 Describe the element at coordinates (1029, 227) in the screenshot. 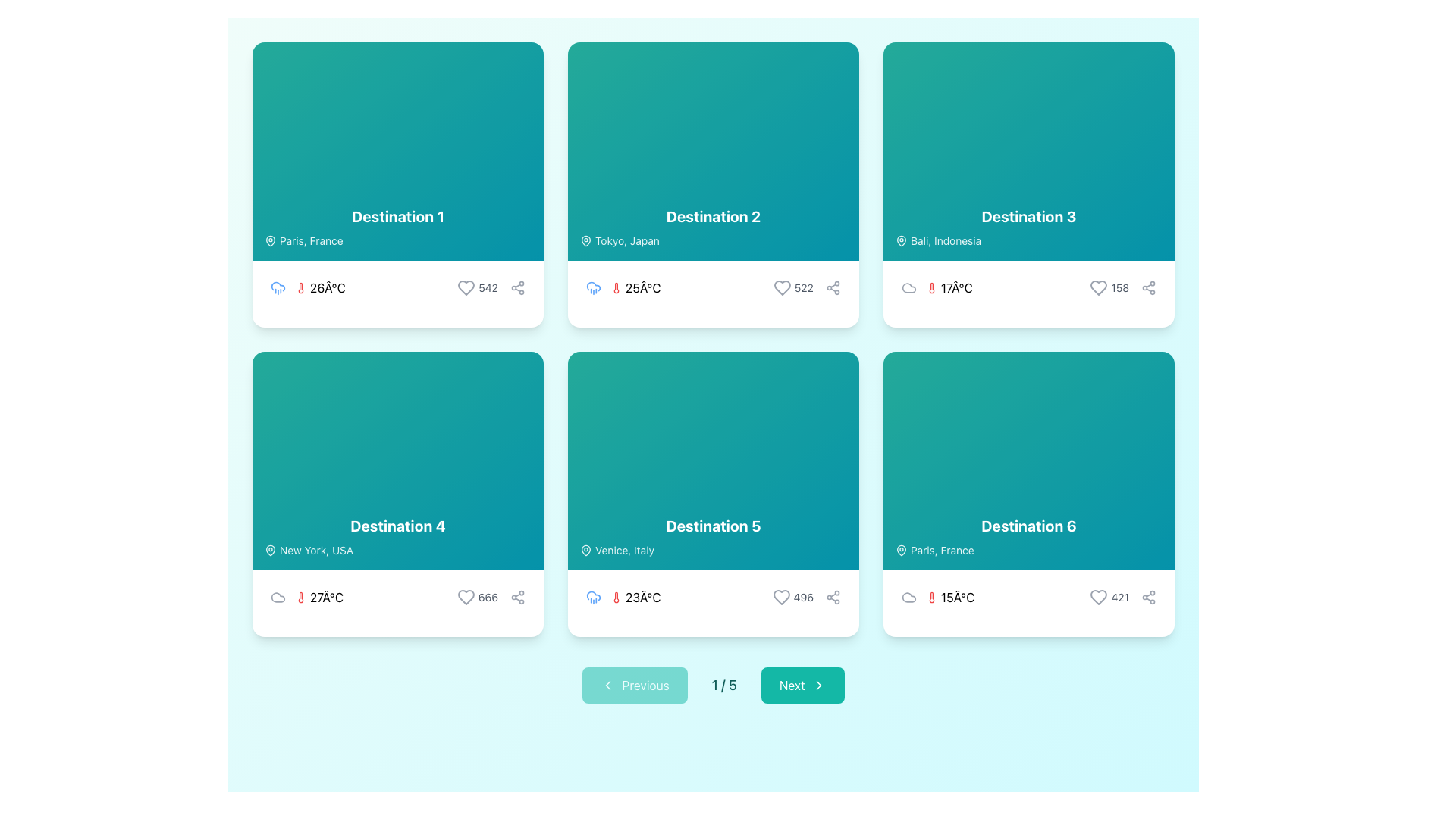

I see `the Text block displaying the name and location of the destination in the 'Destination 3' card, located in the top-right quadrant of the grid layout` at that location.